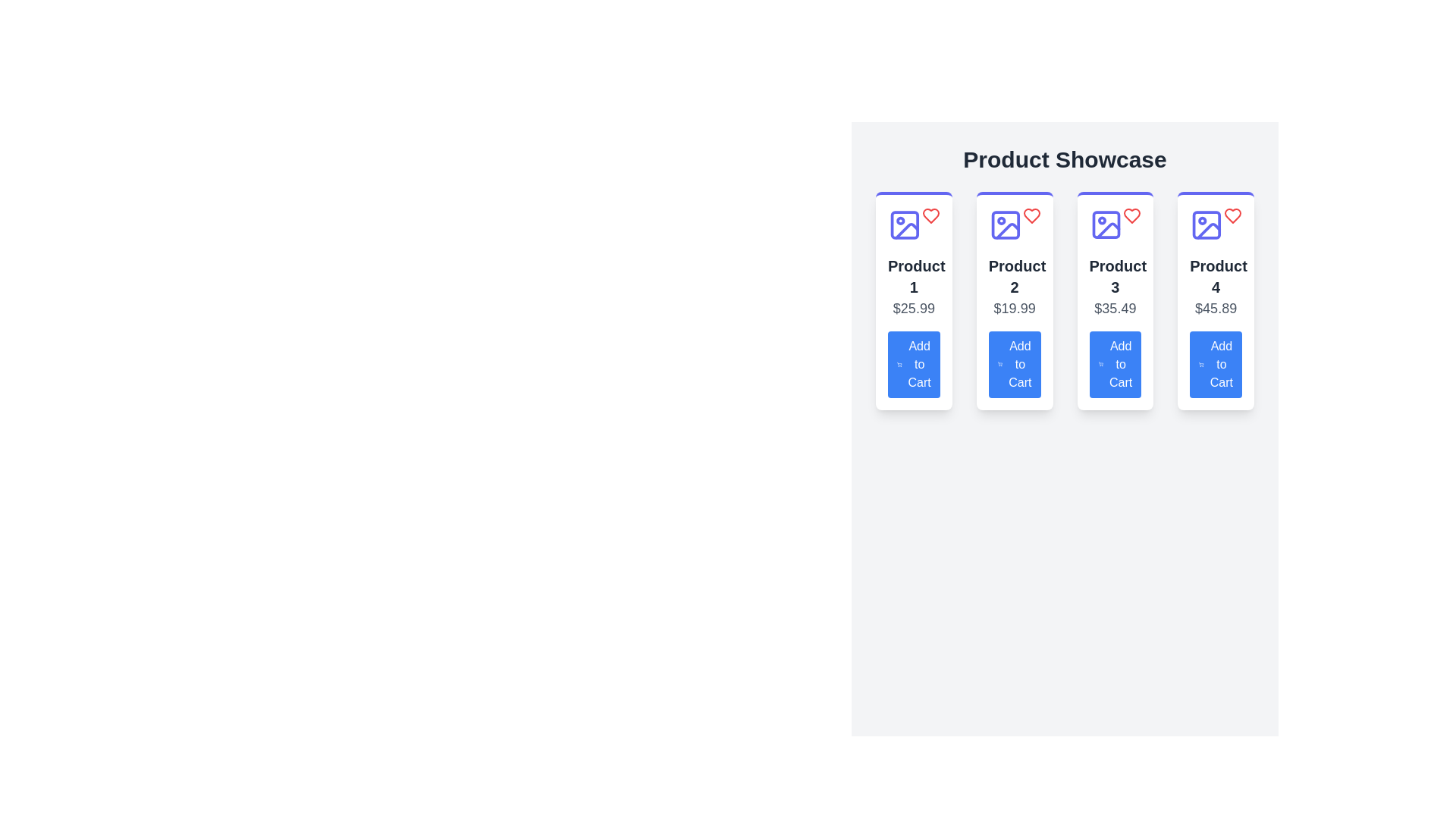 The width and height of the screenshot is (1456, 819). What do you see at coordinates (1216, 277) in the screenshot?
I see `the text label that displays the product title located in the fourth column of the grid, positioned above the price amount` at bounding box center [1216, 277].